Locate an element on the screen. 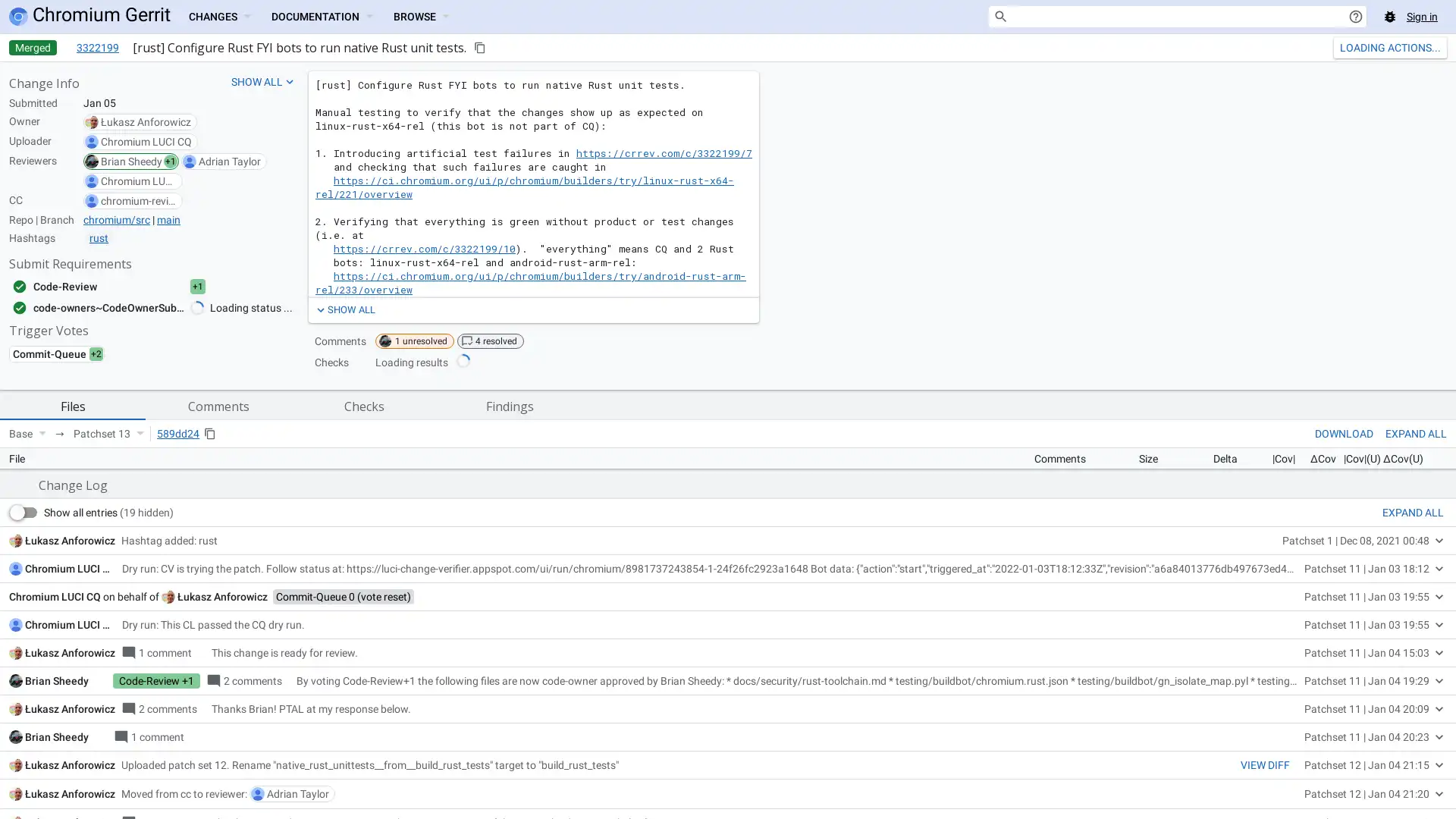 This screenshot has width=1456, height=819. Patchset 13 is located at coordinates (108, 433).